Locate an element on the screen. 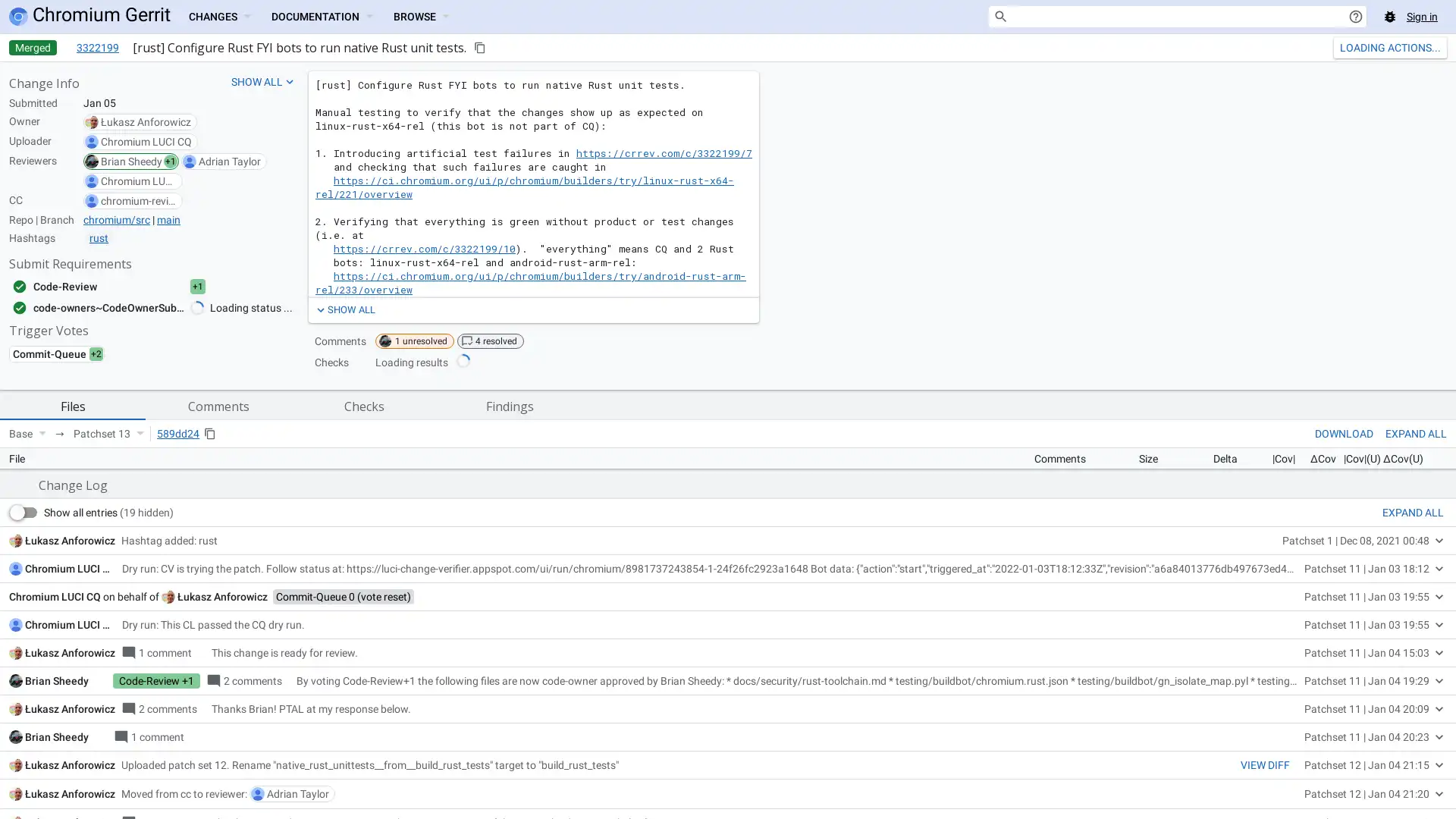 This screenshot has width=1456, height=819. Patchset 13 is located at coordinates (108, 433).